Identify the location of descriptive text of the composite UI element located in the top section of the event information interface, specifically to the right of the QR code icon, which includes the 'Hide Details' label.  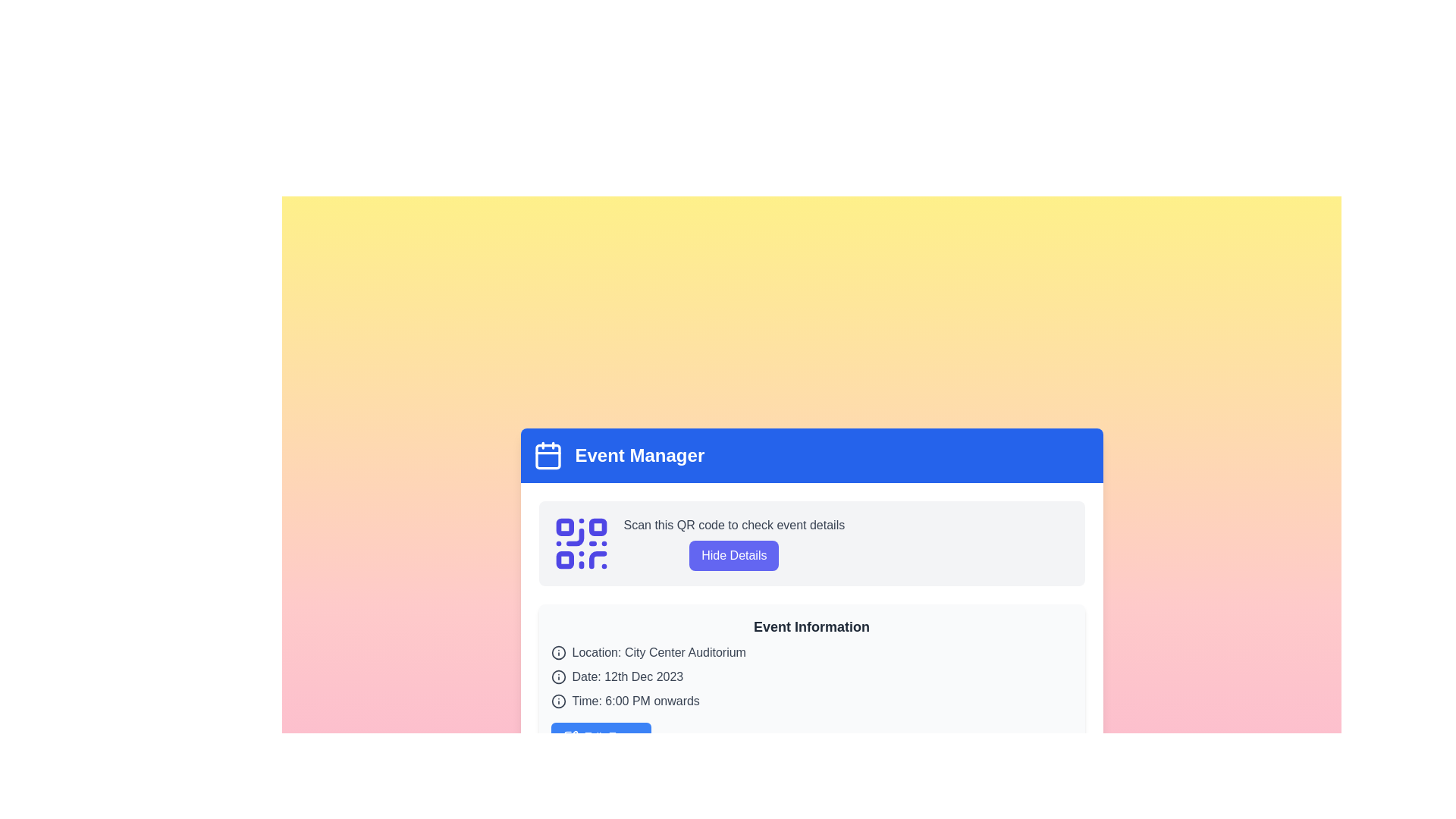
(734, 543).